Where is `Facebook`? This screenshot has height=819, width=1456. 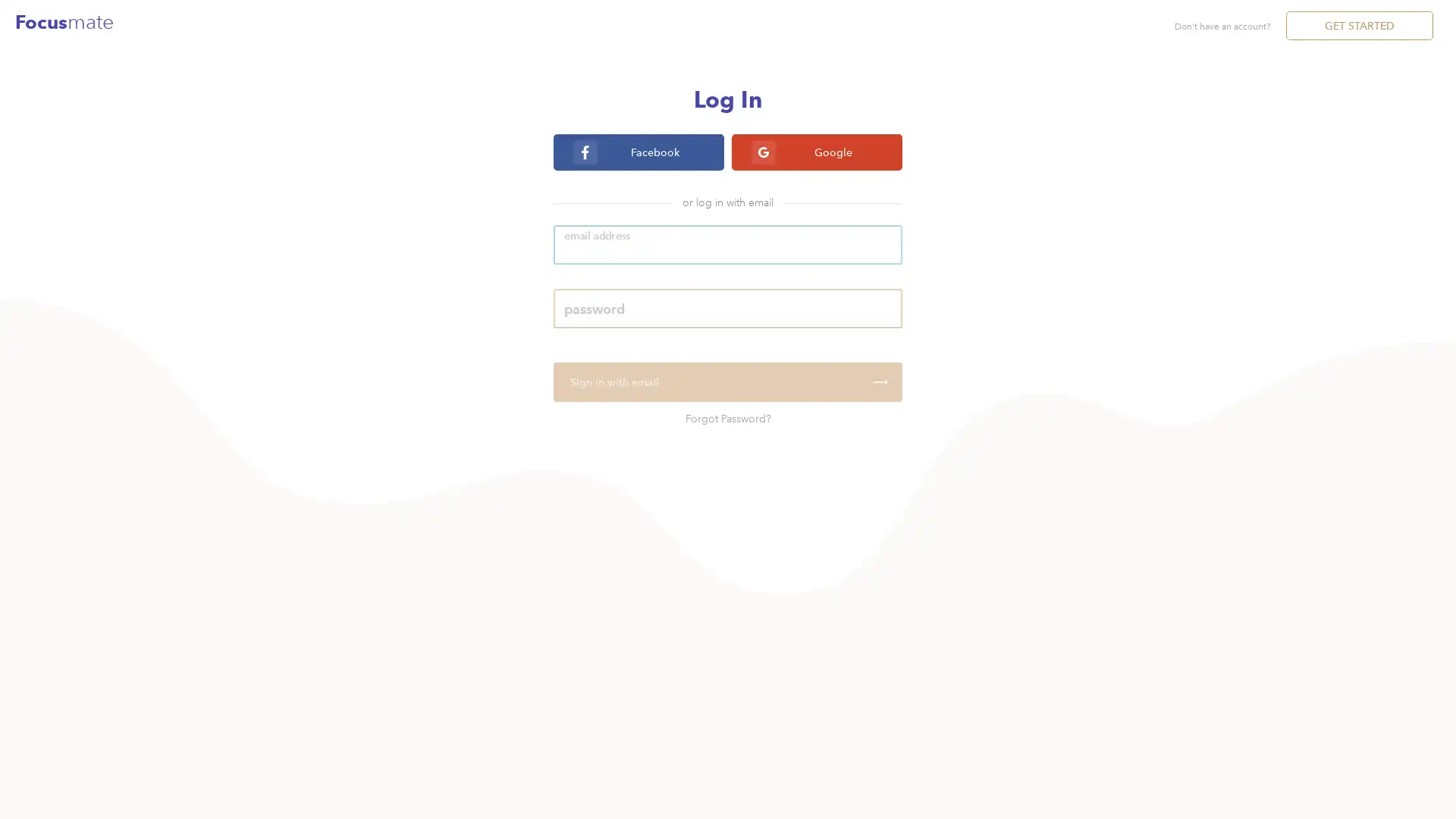
Facebook is located at coordinates (639, 152).